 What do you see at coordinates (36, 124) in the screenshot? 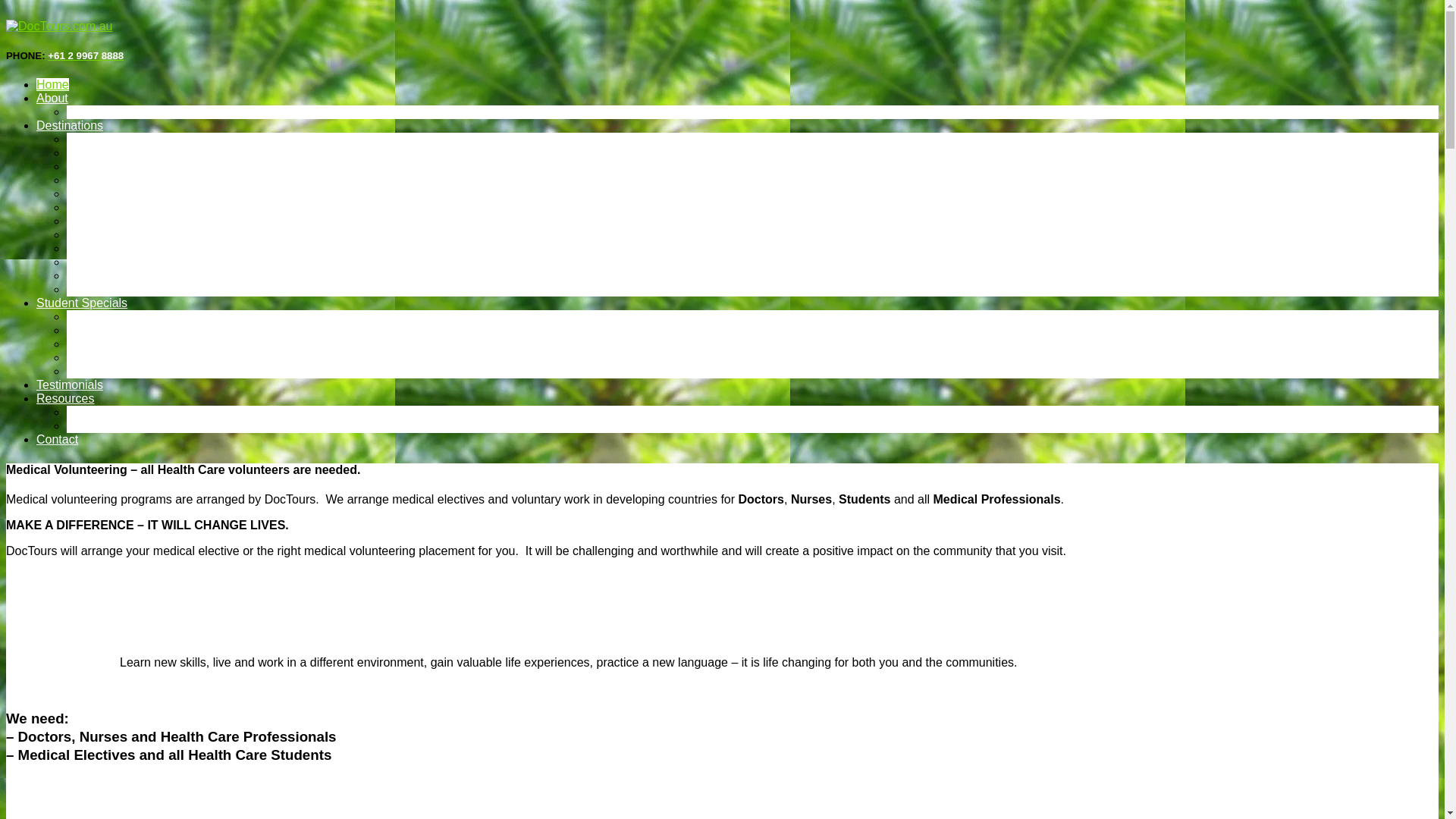
I see `'Destinations'` at bounding box center [36, 124].